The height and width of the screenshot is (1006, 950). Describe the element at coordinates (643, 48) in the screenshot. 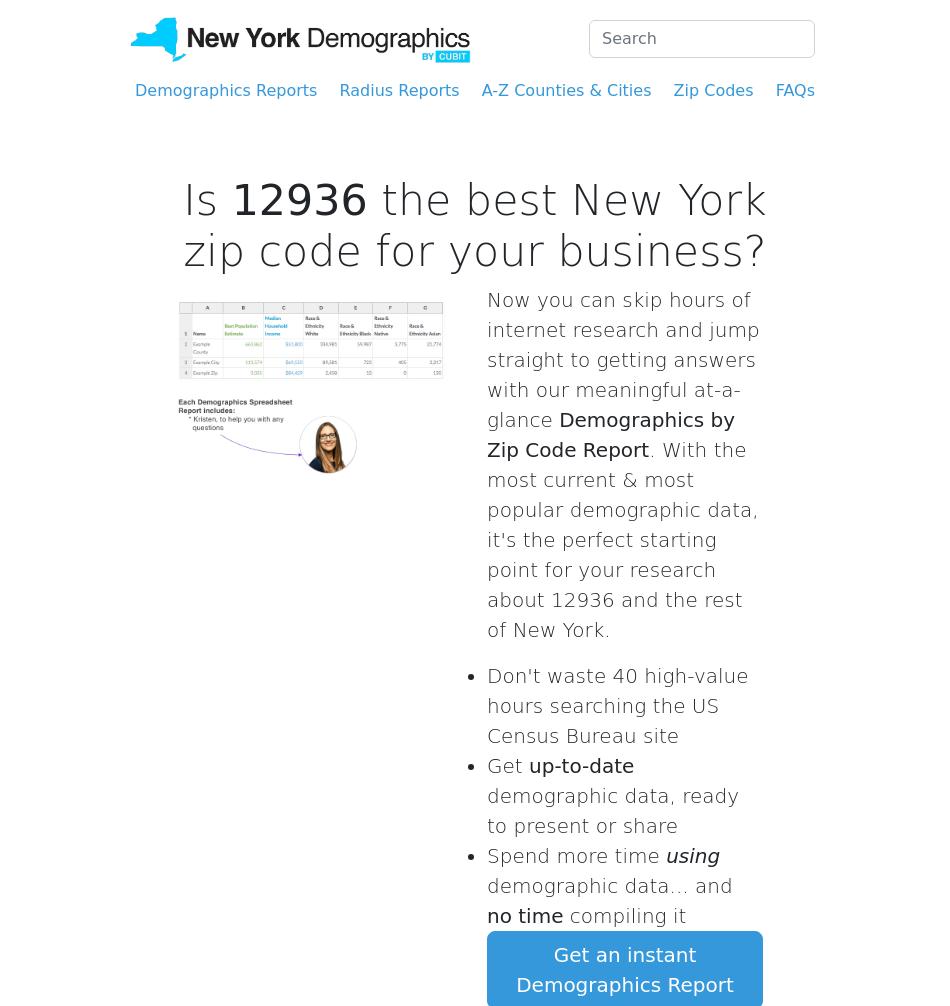

I see `'Median Age'` at that location.